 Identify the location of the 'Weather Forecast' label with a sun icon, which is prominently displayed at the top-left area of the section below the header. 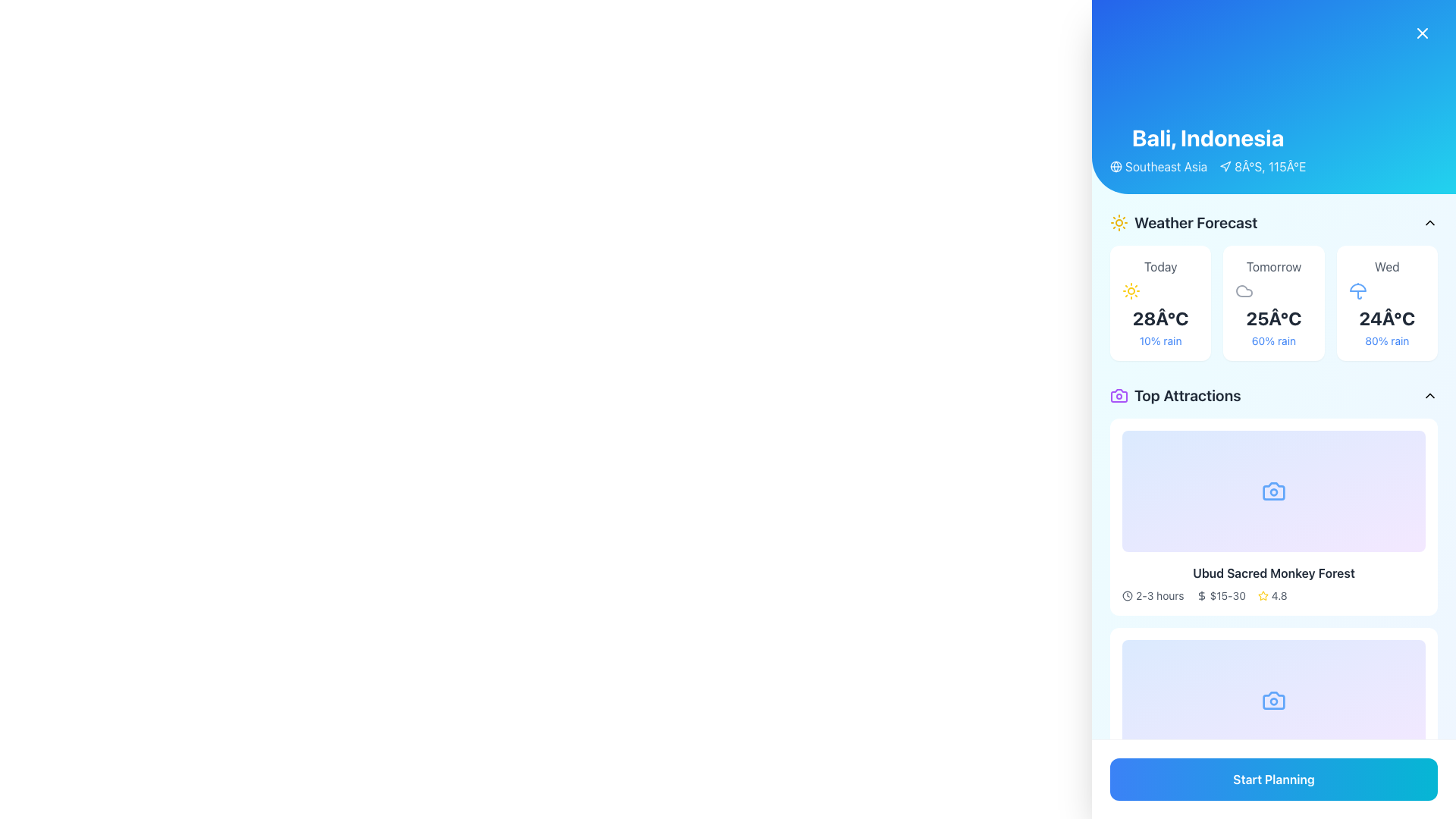
(1183, 222).